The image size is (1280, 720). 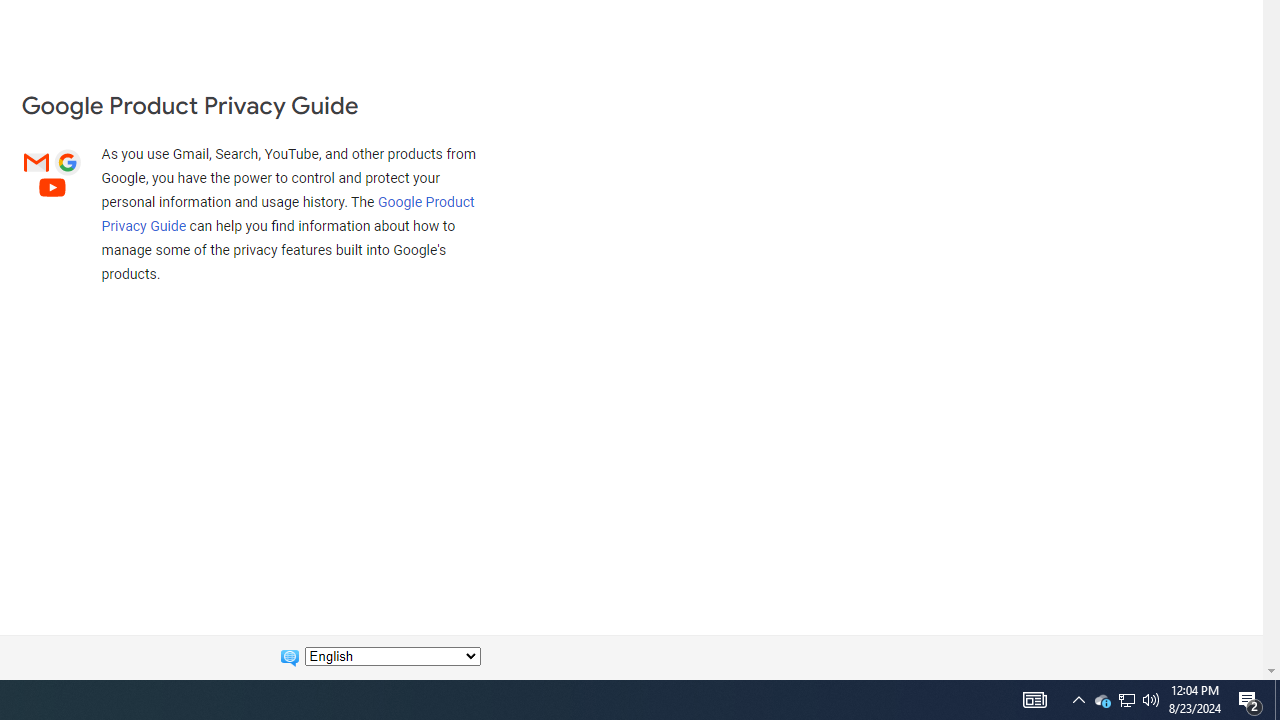 What do you see at coordinates (287, 213) in the screenshot?
I see `'Google Product Privacy Guide'` at bounding box center [287, 213].